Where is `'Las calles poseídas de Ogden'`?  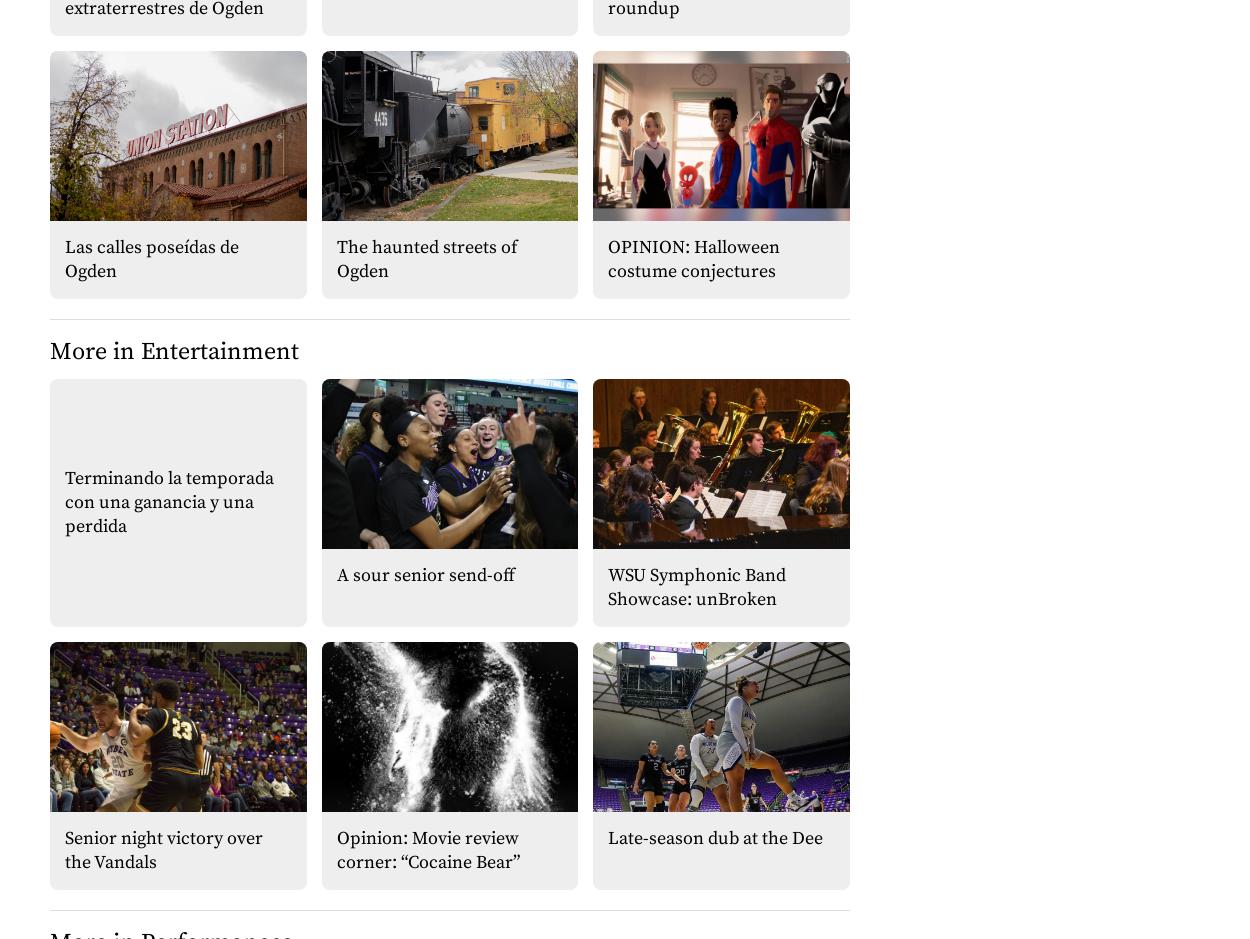
'Las calles poseídas de Ogden' is located at coordinates (152, 257).